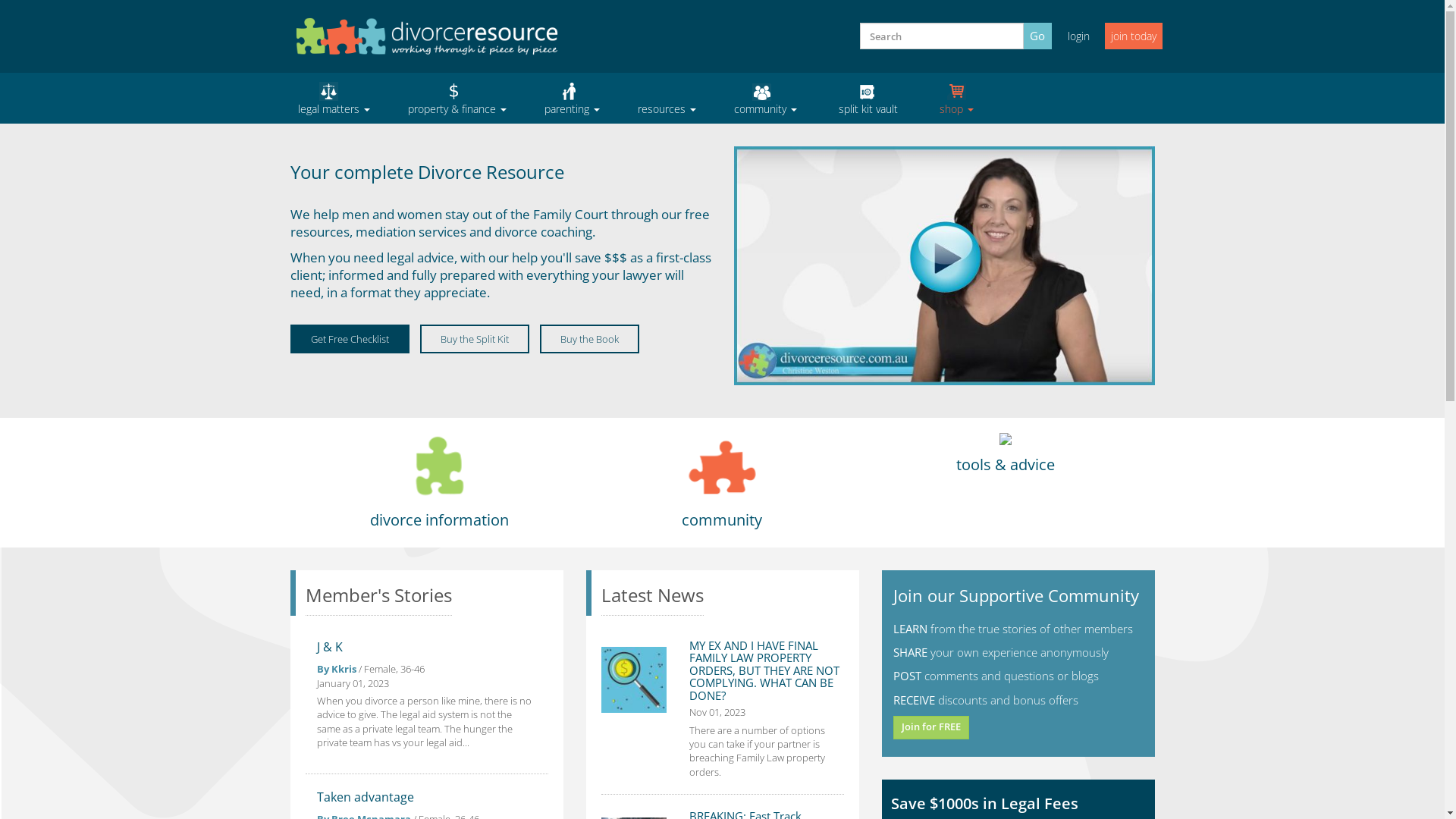 The width and height of the screenshot is (1456, 819). What do you see at coordinates (1103, 35) in the screenshot?
I see `'join today'` at bounding box center [1103, 35].